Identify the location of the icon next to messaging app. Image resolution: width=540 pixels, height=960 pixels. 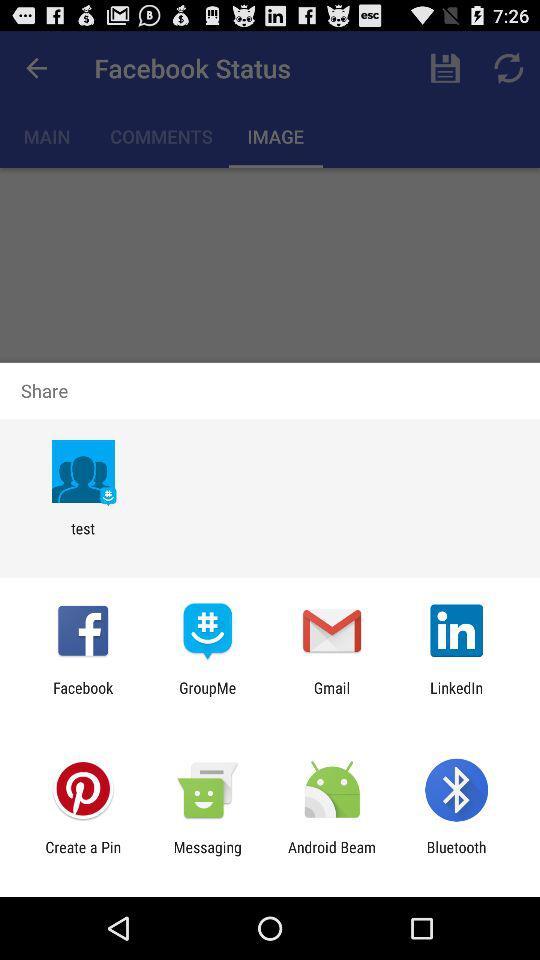
(332, 855).